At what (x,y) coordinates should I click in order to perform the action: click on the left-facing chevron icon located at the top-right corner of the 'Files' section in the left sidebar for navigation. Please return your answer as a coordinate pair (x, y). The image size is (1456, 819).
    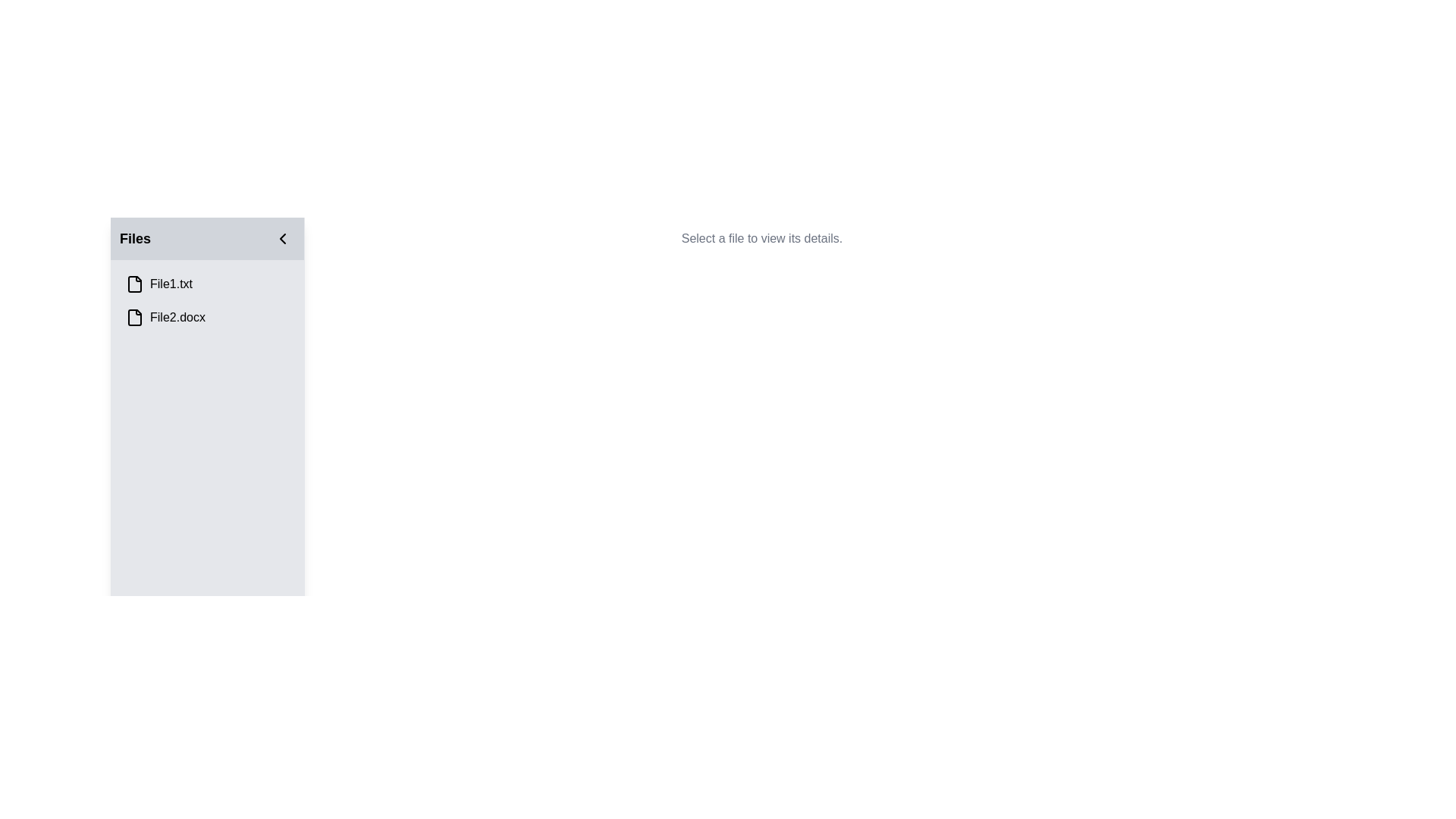
    Looking at the image, I should click on (283, 239).